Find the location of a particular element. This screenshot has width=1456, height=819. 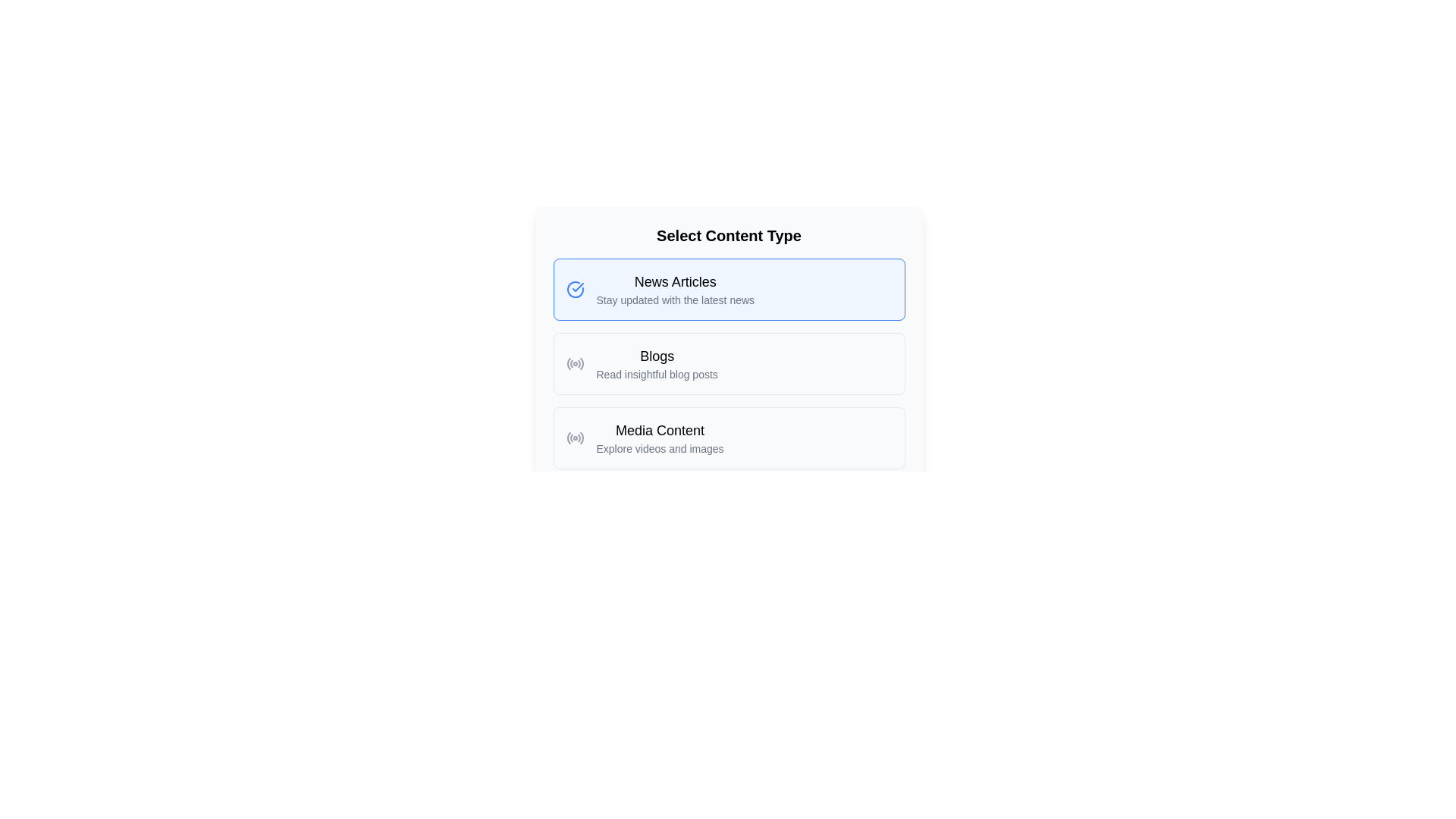

the 'Blogs' text label to trigger tooltip or highlight effects, which serves as a title for the Blogs section is located at coordinates (657, 356).